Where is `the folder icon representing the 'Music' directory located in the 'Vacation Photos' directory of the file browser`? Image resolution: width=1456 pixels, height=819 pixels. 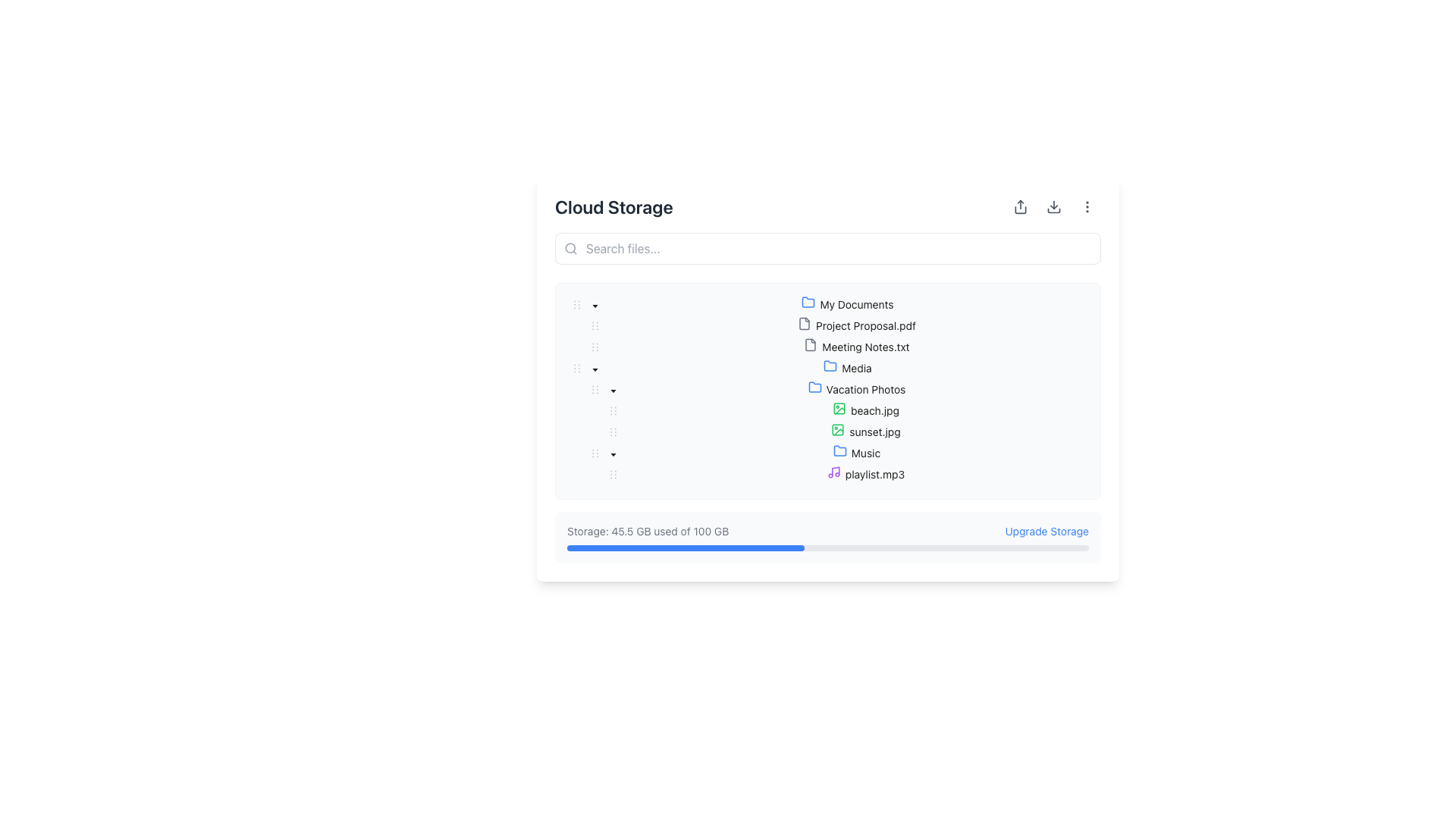
the folder icon representing the 'Music' directory located in the 'Vacation Photos' directory of the file browser is located at coordinates (841, 452).